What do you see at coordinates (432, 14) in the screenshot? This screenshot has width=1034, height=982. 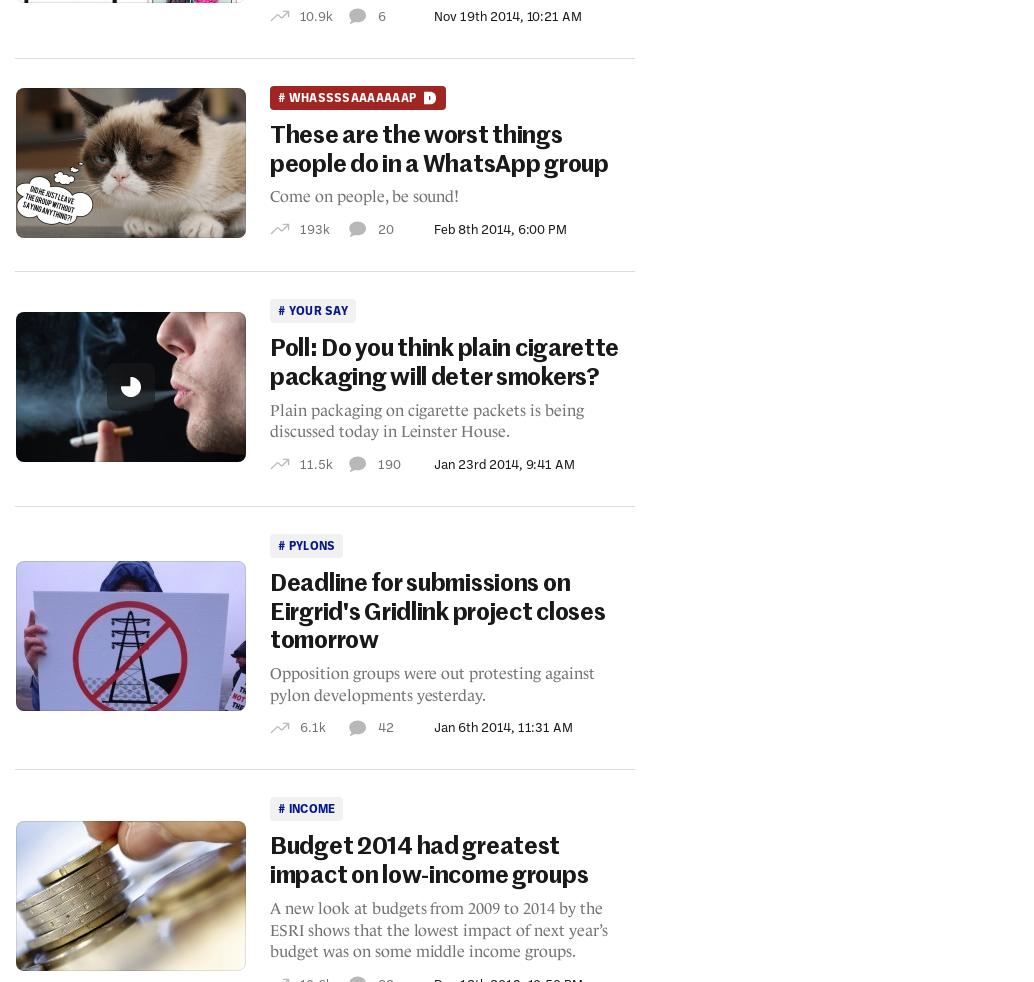 I see `'Nov 19th 2014, 10:21 AM'` at bounding box center [432, 14].